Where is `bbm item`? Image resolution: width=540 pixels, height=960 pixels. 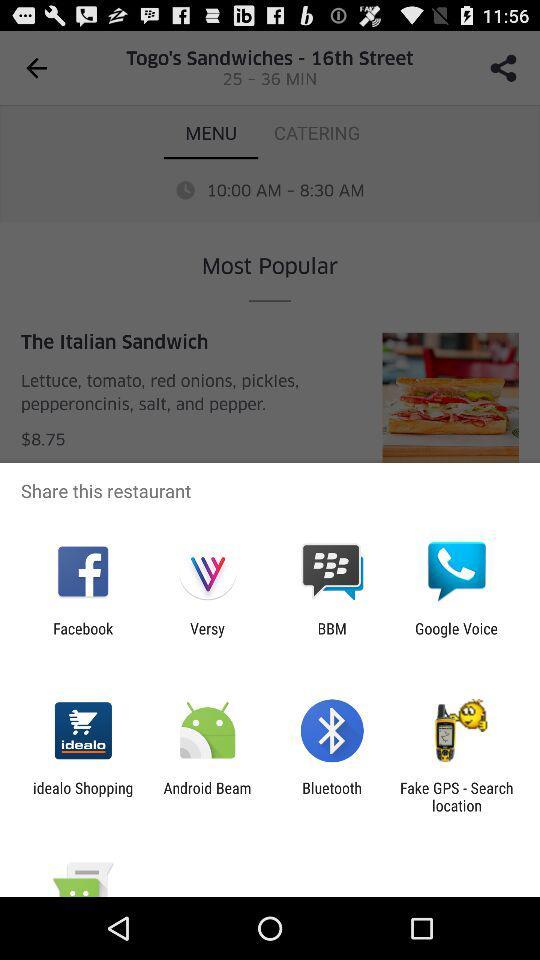 bbm item is located at coordinates (332, 636).